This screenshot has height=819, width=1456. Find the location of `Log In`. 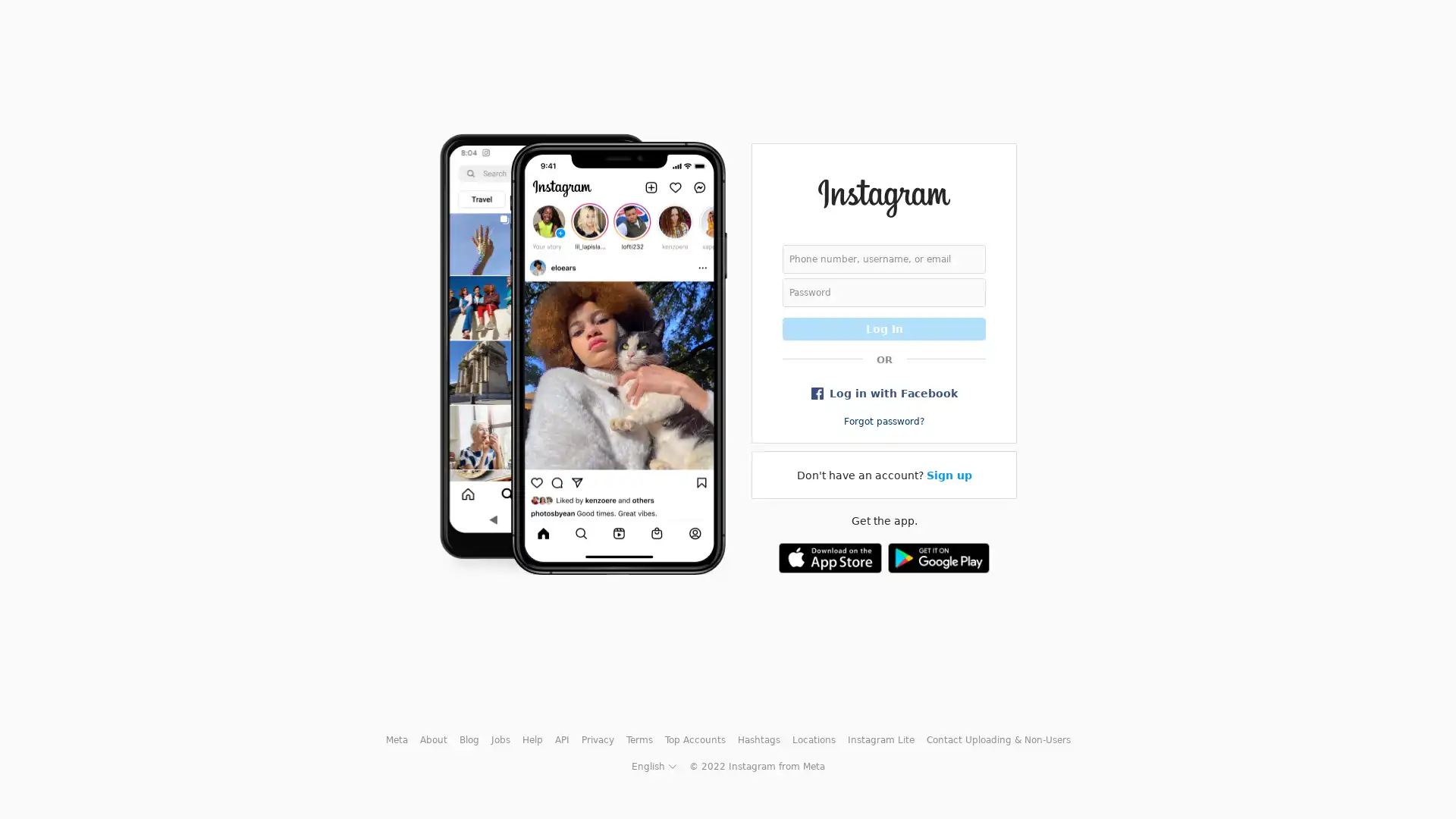

Log In is located at coordinates (884, 327).